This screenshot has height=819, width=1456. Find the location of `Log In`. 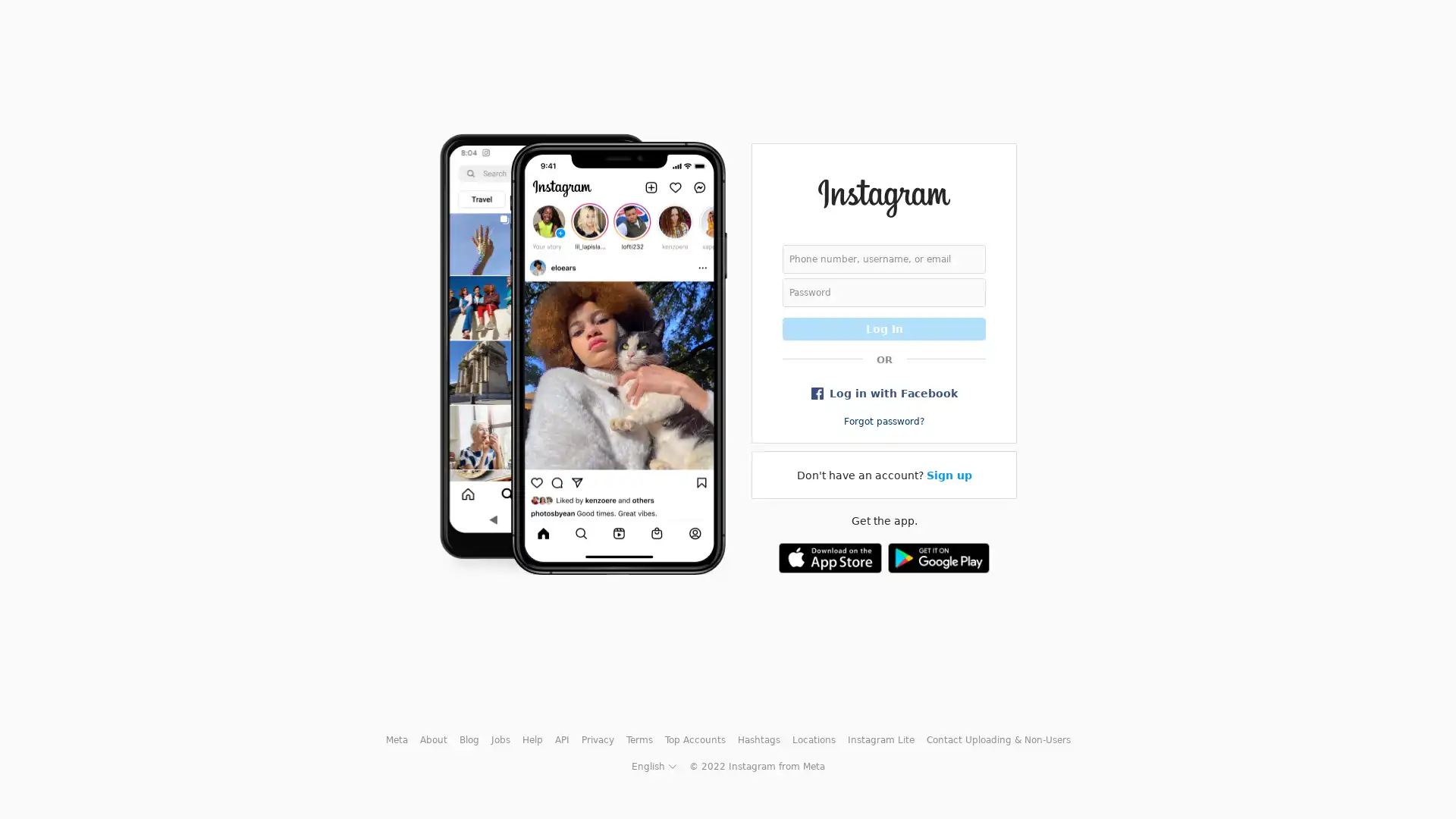

Log In is located at coordinates (884, 327).